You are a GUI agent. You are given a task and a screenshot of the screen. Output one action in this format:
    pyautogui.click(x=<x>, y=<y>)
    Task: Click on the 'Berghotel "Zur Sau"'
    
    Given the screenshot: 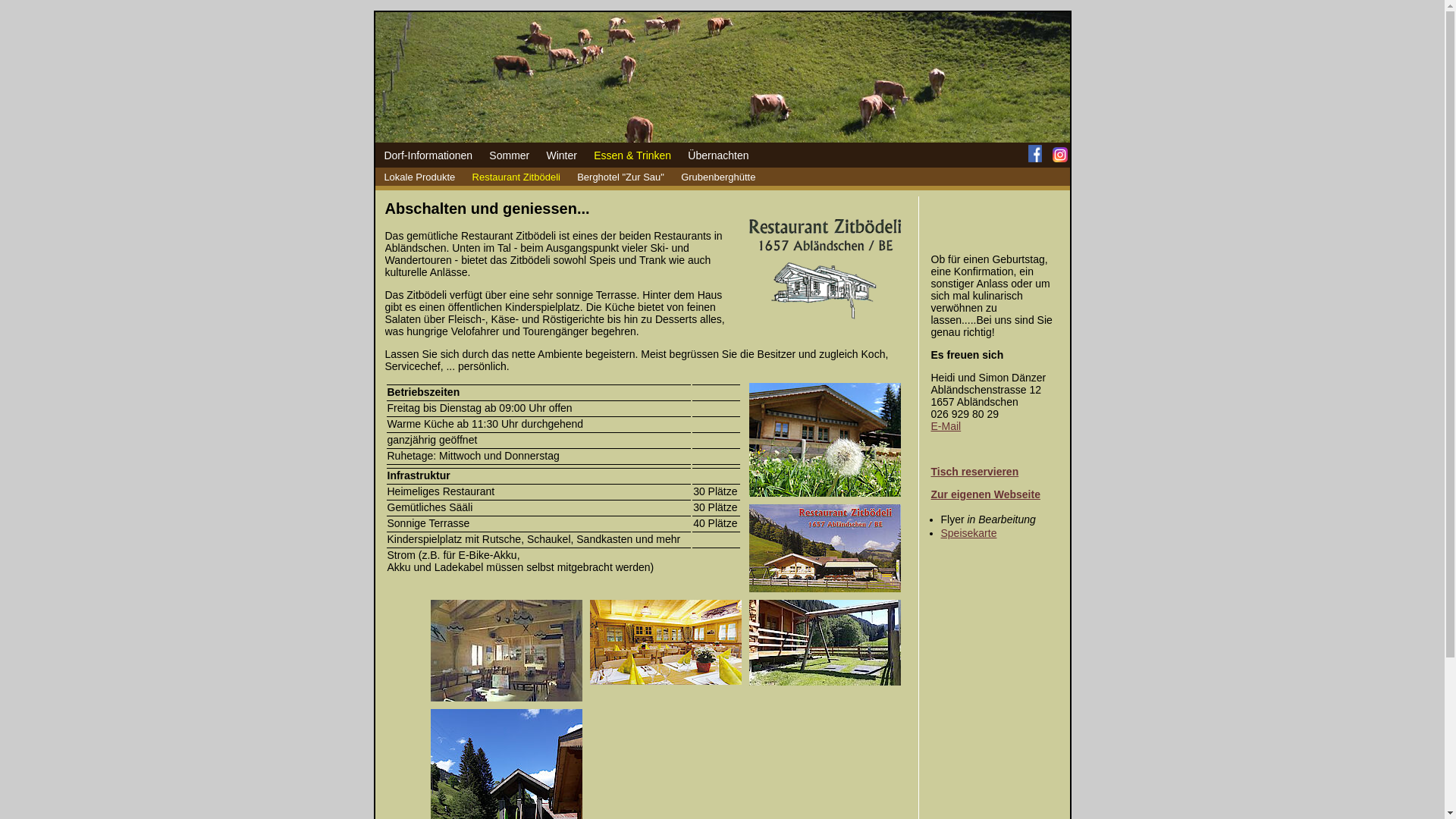 What is the action you would take?
    pyautogui.click(x=620, y=176)
    